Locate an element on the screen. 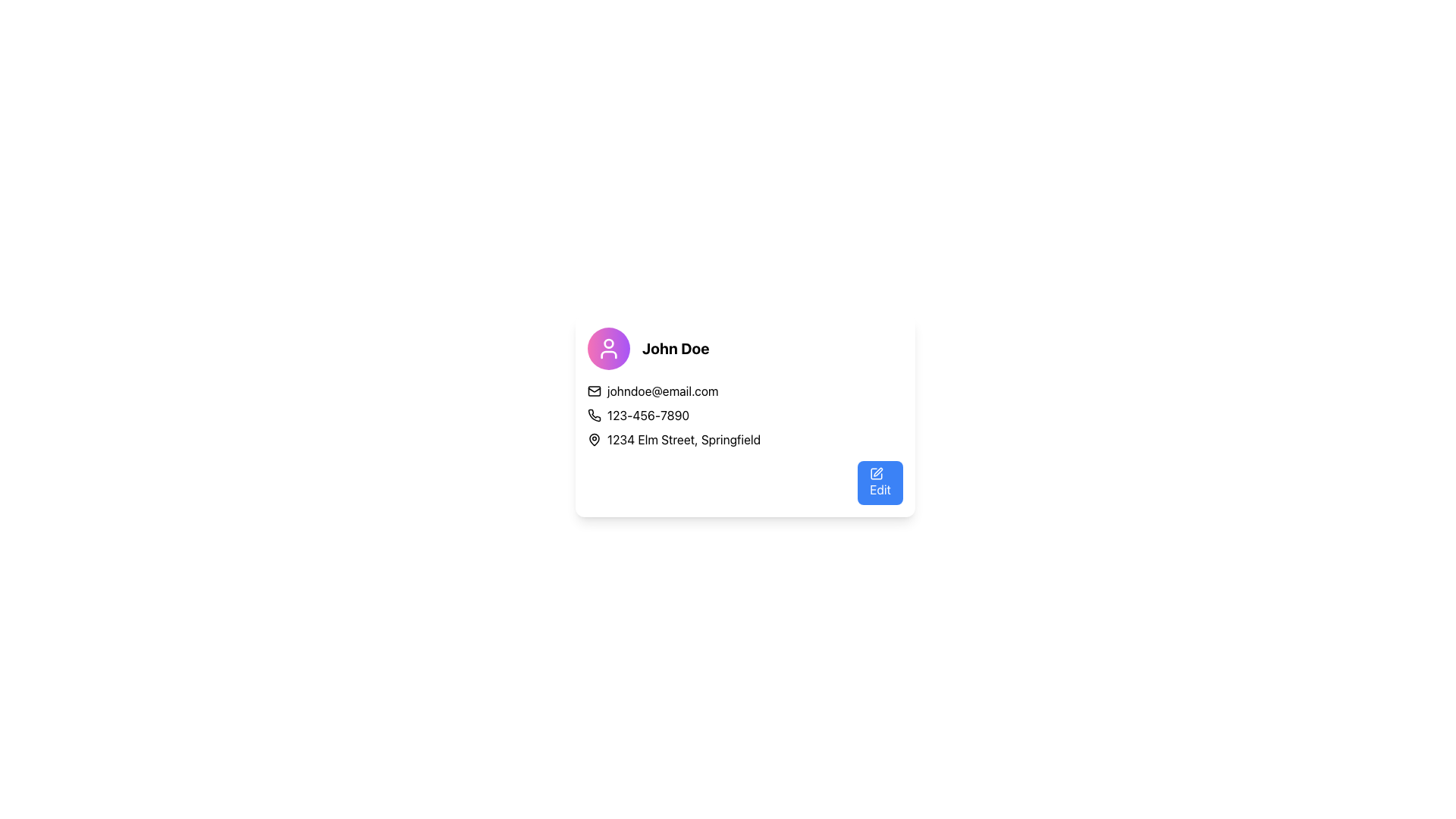 Image resolution: width=1456 pixels, height=819 pixels. the edit icon located on the left side of the blue 'Edit' button at the bottom-right corner of the user information card is located at coordinates (877, 472).